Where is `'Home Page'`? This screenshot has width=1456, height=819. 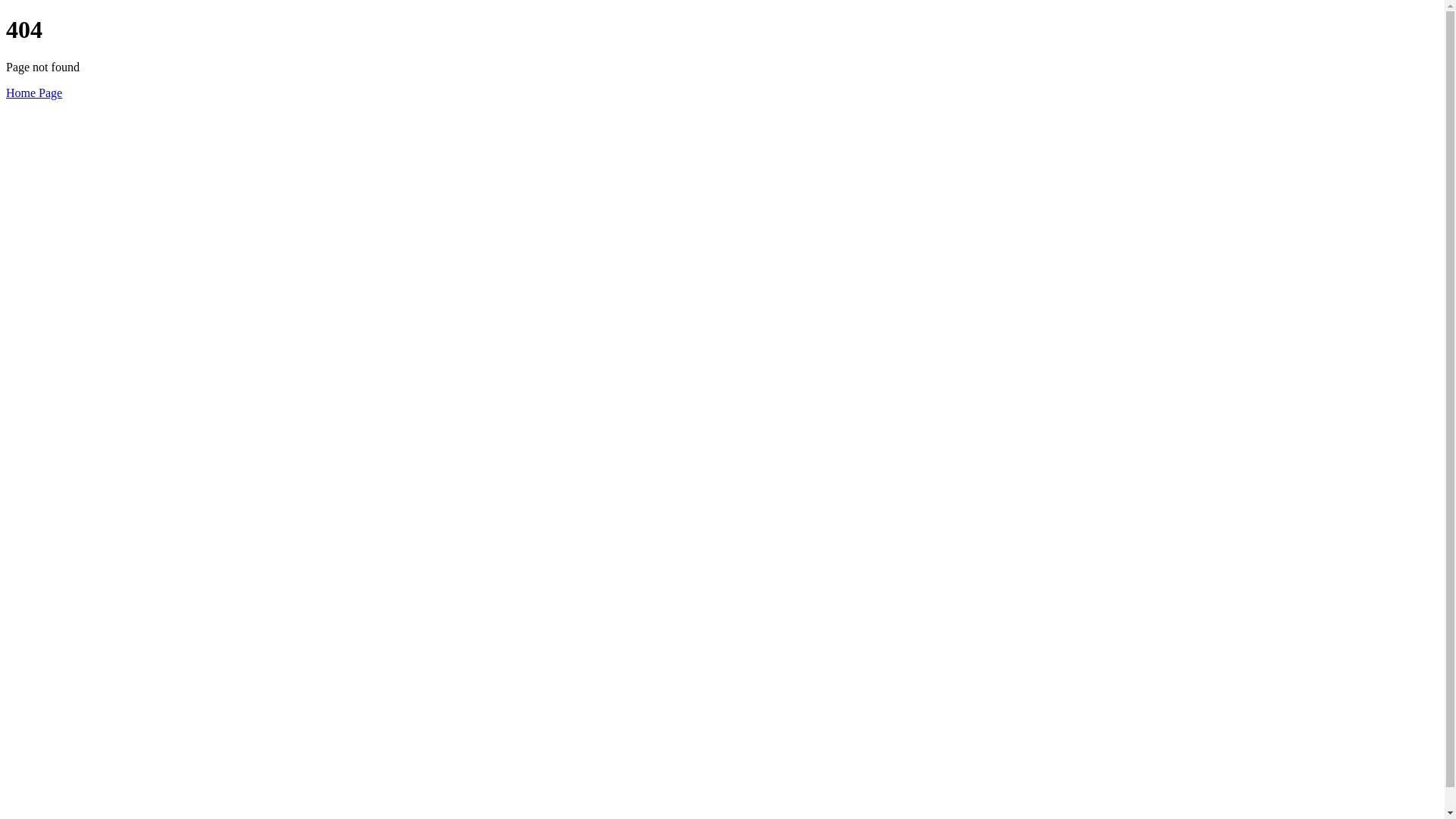
'Home Page' is located at coordinates (33, 93).